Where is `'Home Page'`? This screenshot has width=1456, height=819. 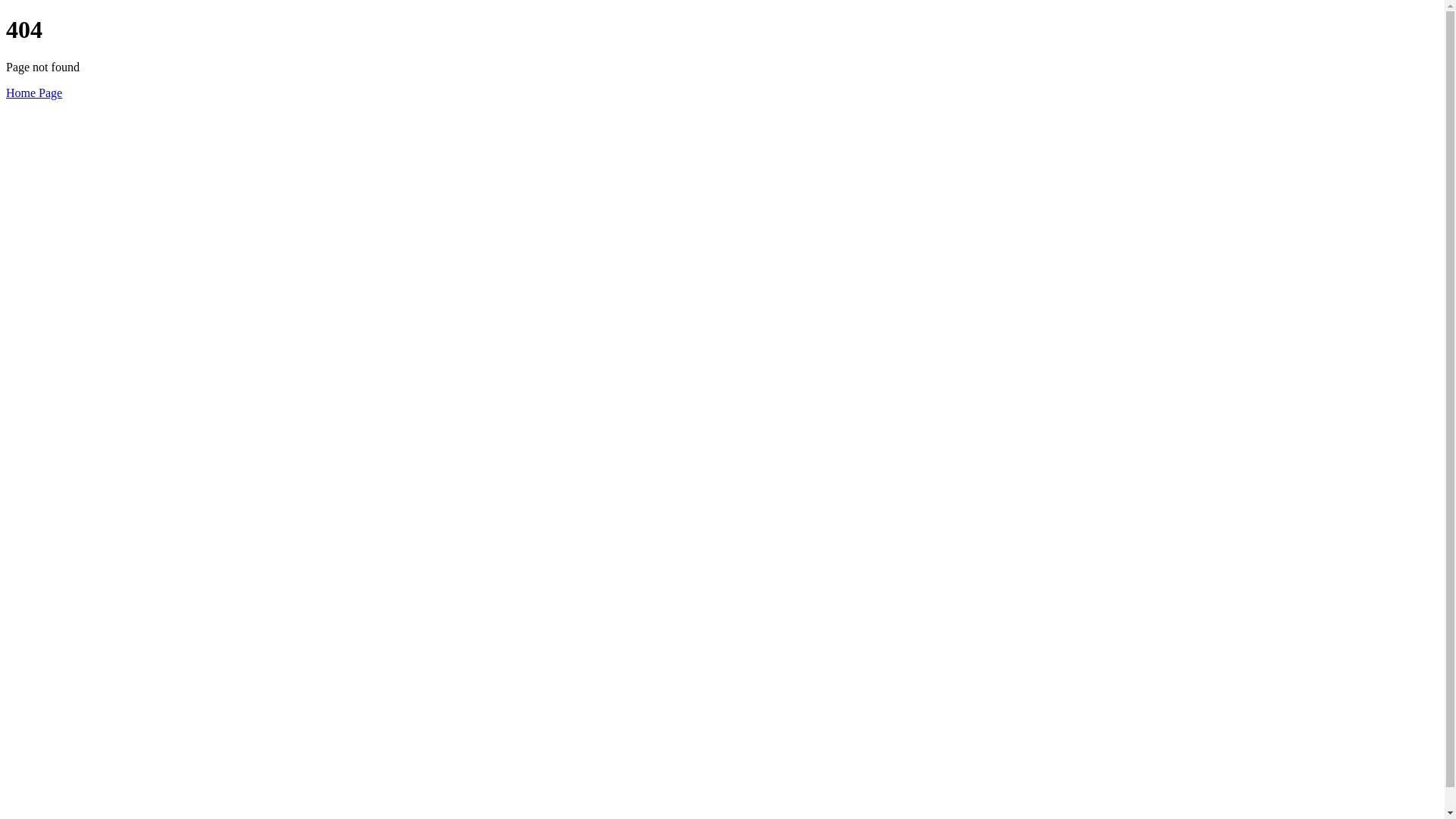
'Home Page' is located at coordinates (33, 93).